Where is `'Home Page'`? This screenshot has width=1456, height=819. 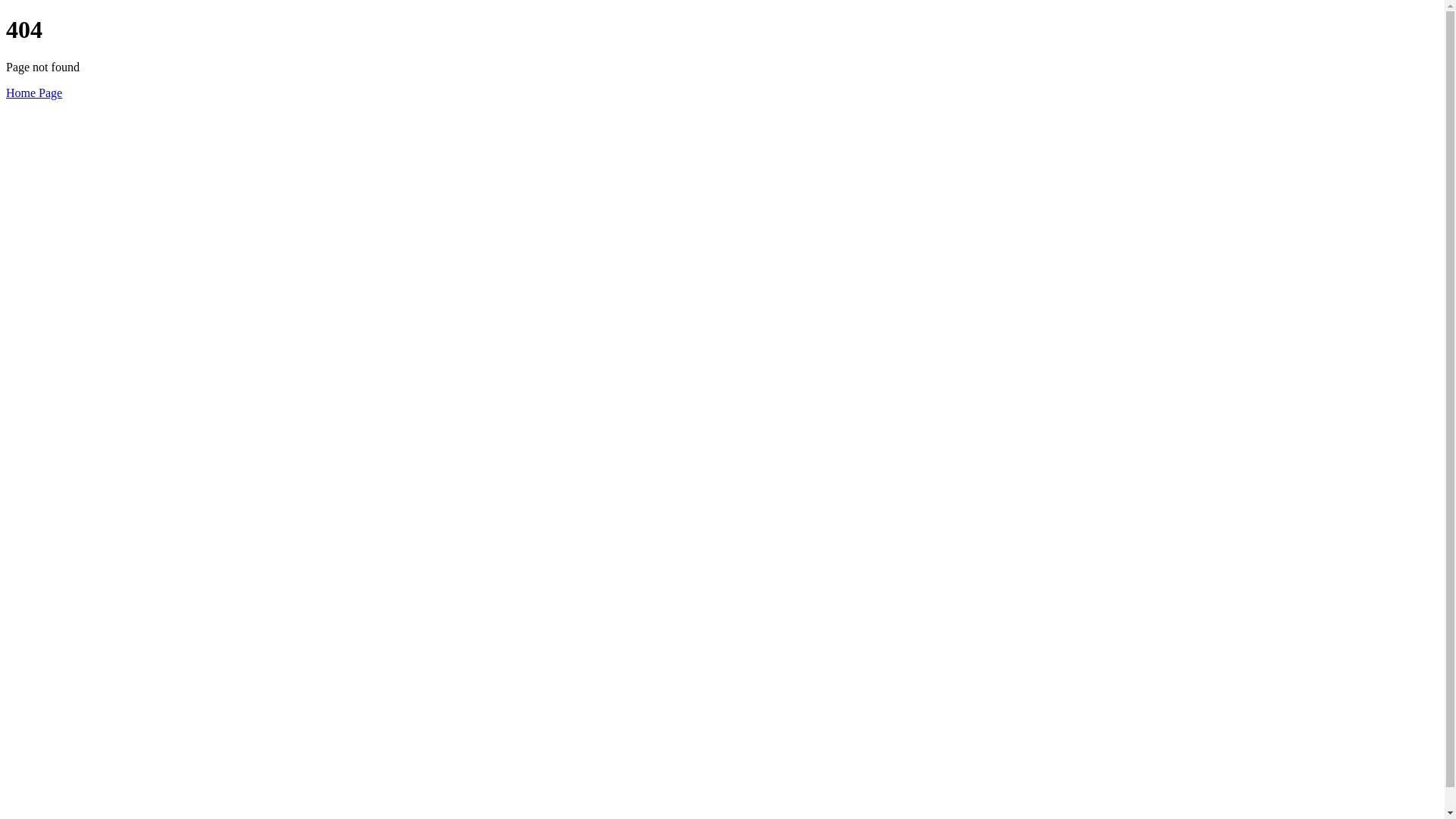
'Home Page' is located at coordinates (33, 93).